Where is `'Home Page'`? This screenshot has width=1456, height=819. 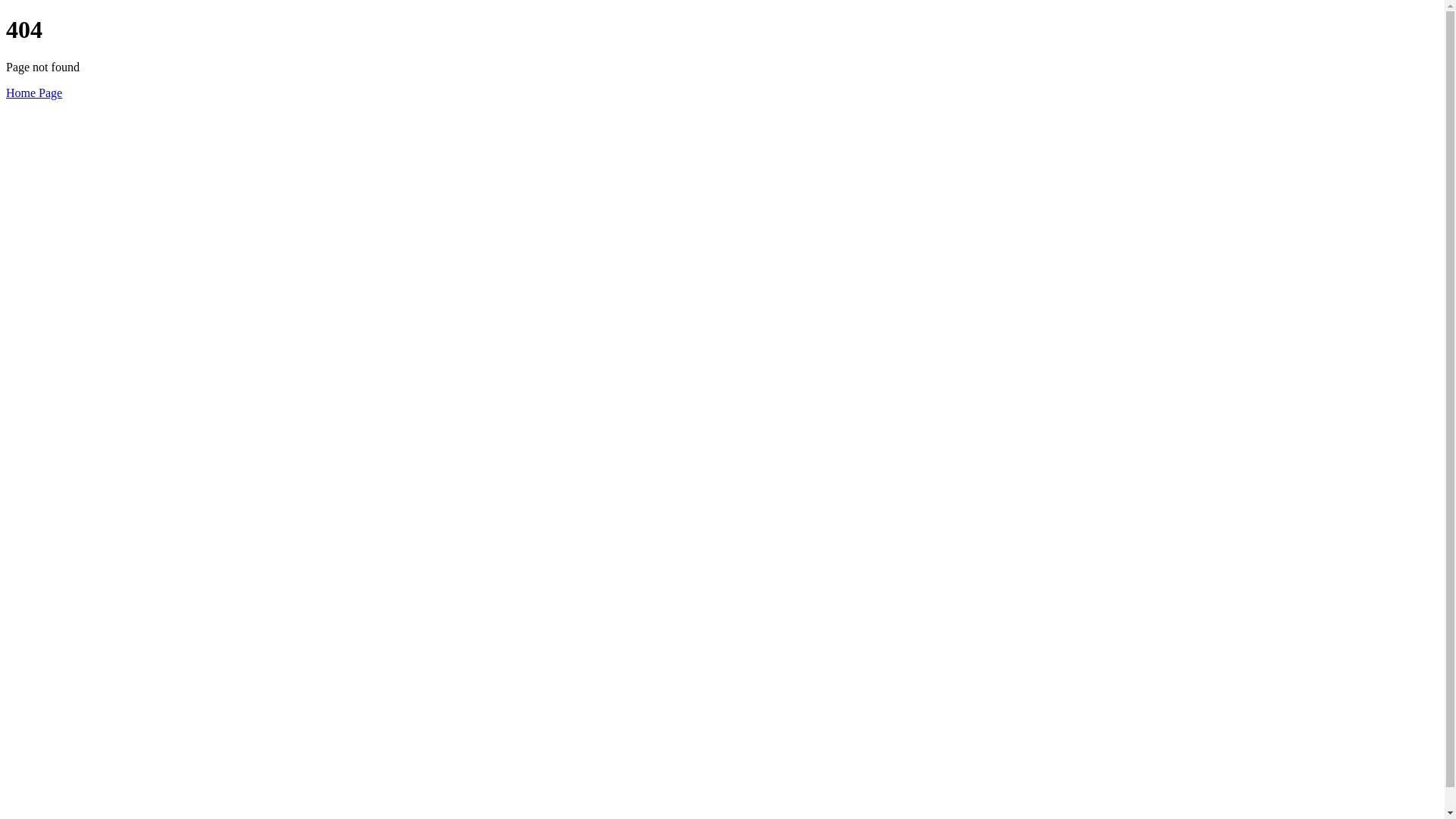
'Home Page' is located at coordinates (33, 93).